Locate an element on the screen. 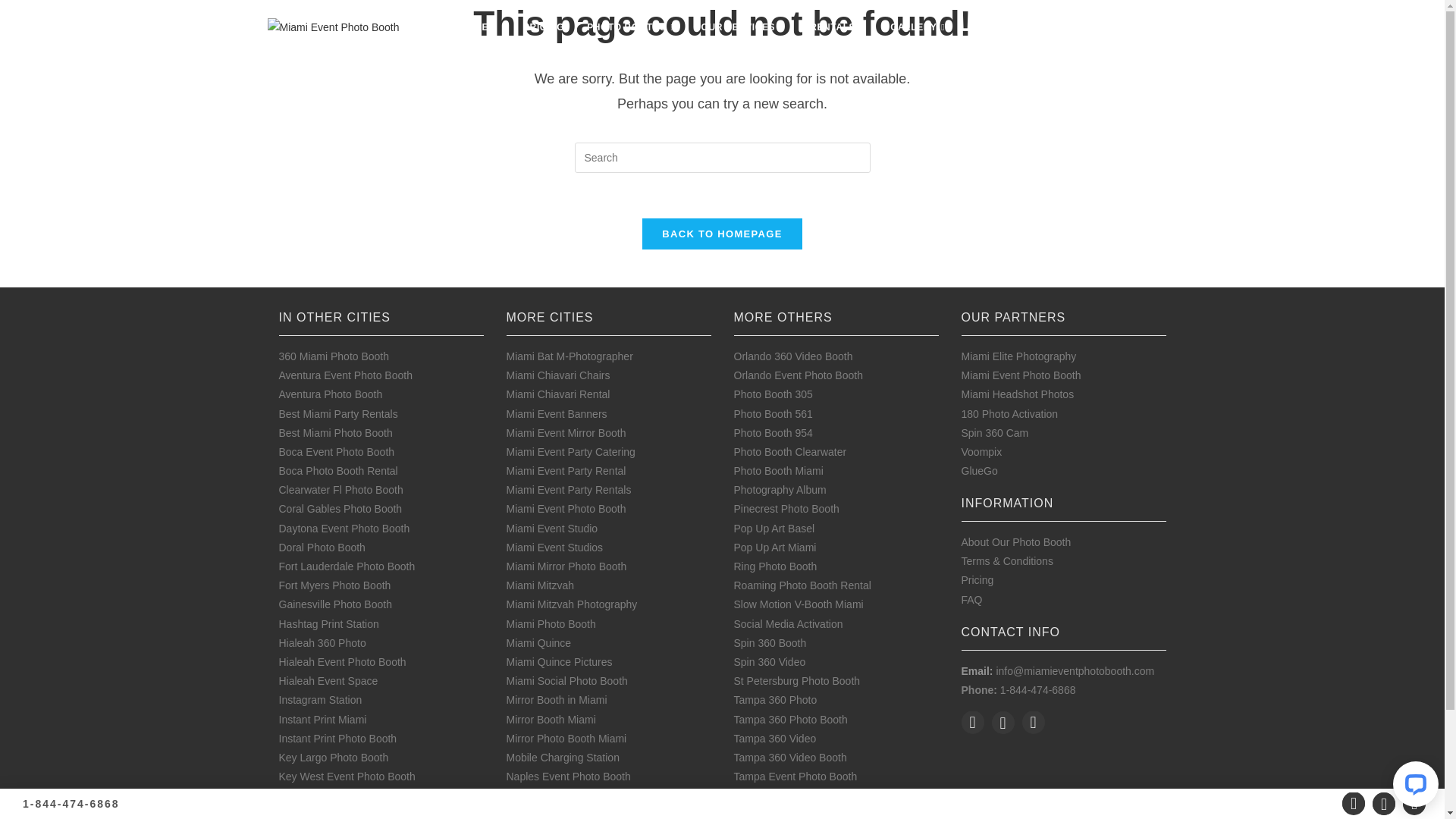 This screenshot has width=1456, height=819. 'Miami Mirror Photo Booth' is located at coordinates (566, 566).